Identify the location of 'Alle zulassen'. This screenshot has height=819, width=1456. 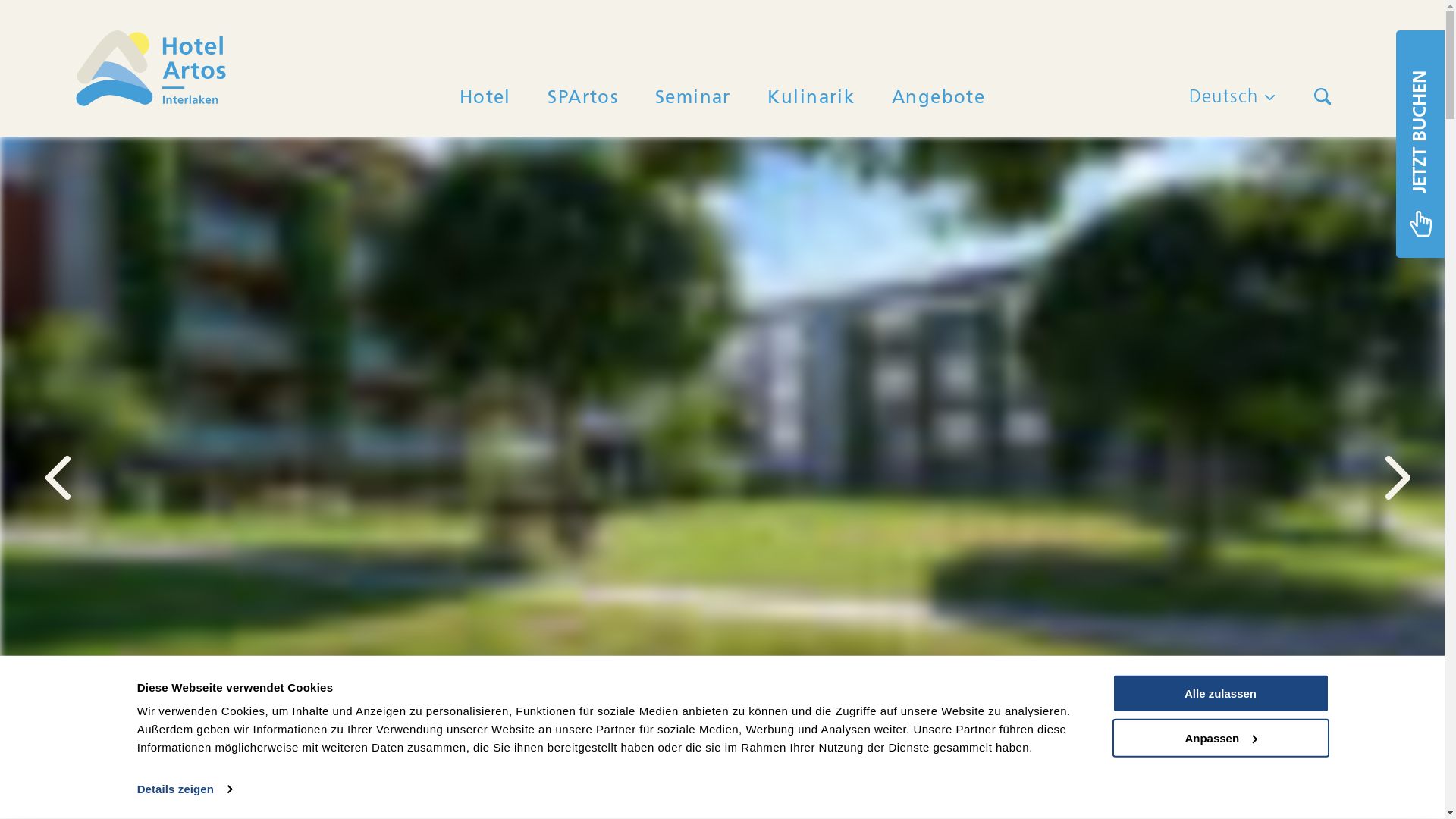
(1219, 693).